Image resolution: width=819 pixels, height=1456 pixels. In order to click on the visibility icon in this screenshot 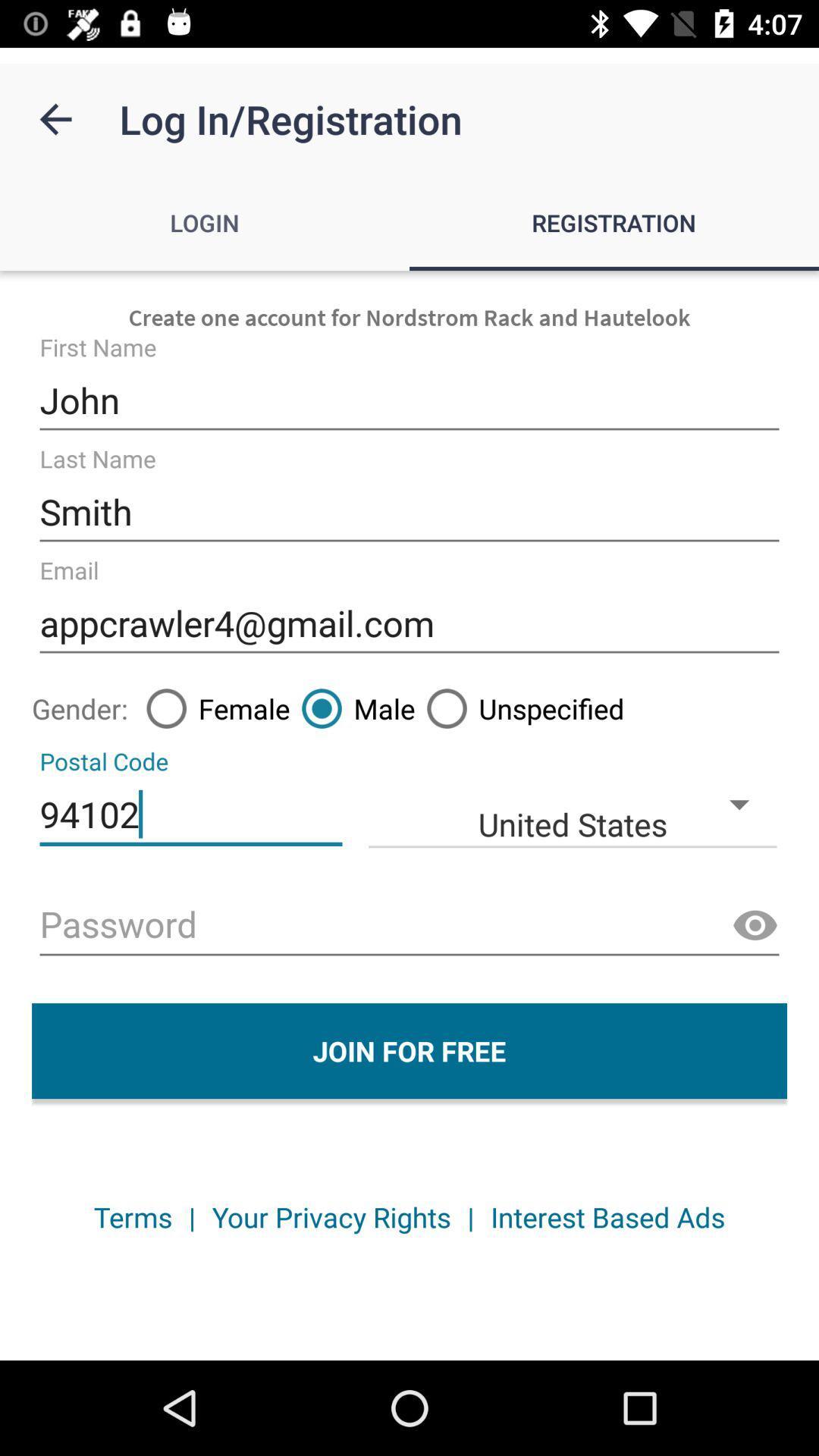, I will do `click(755, 925)`.